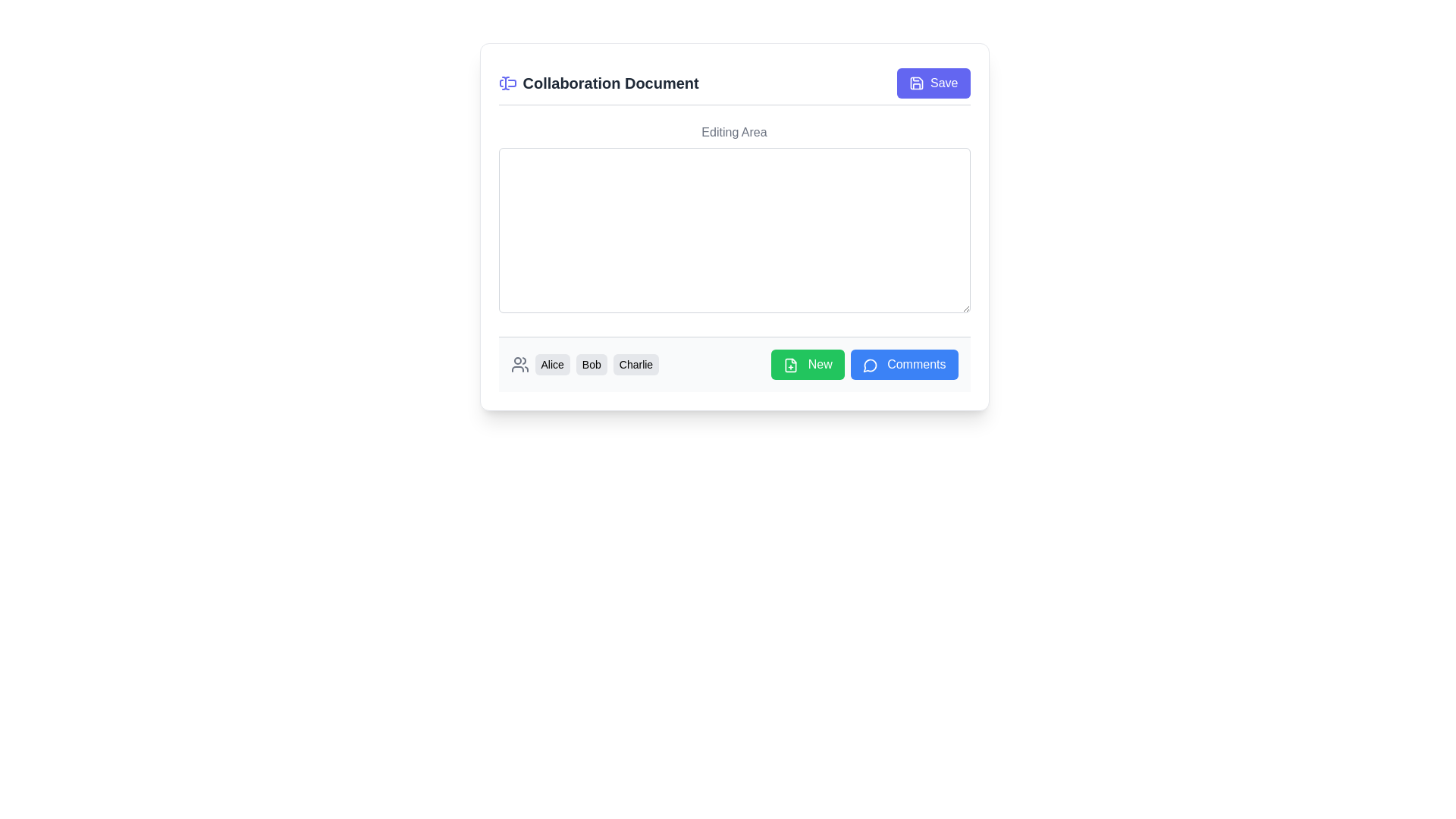  What do you see at coordinates (916, 83) in the screenshot?
I see `the 'Save' icon located on the left side of the 'Save' button in the top-right corner of the interface` at bounding box center [916, 83].